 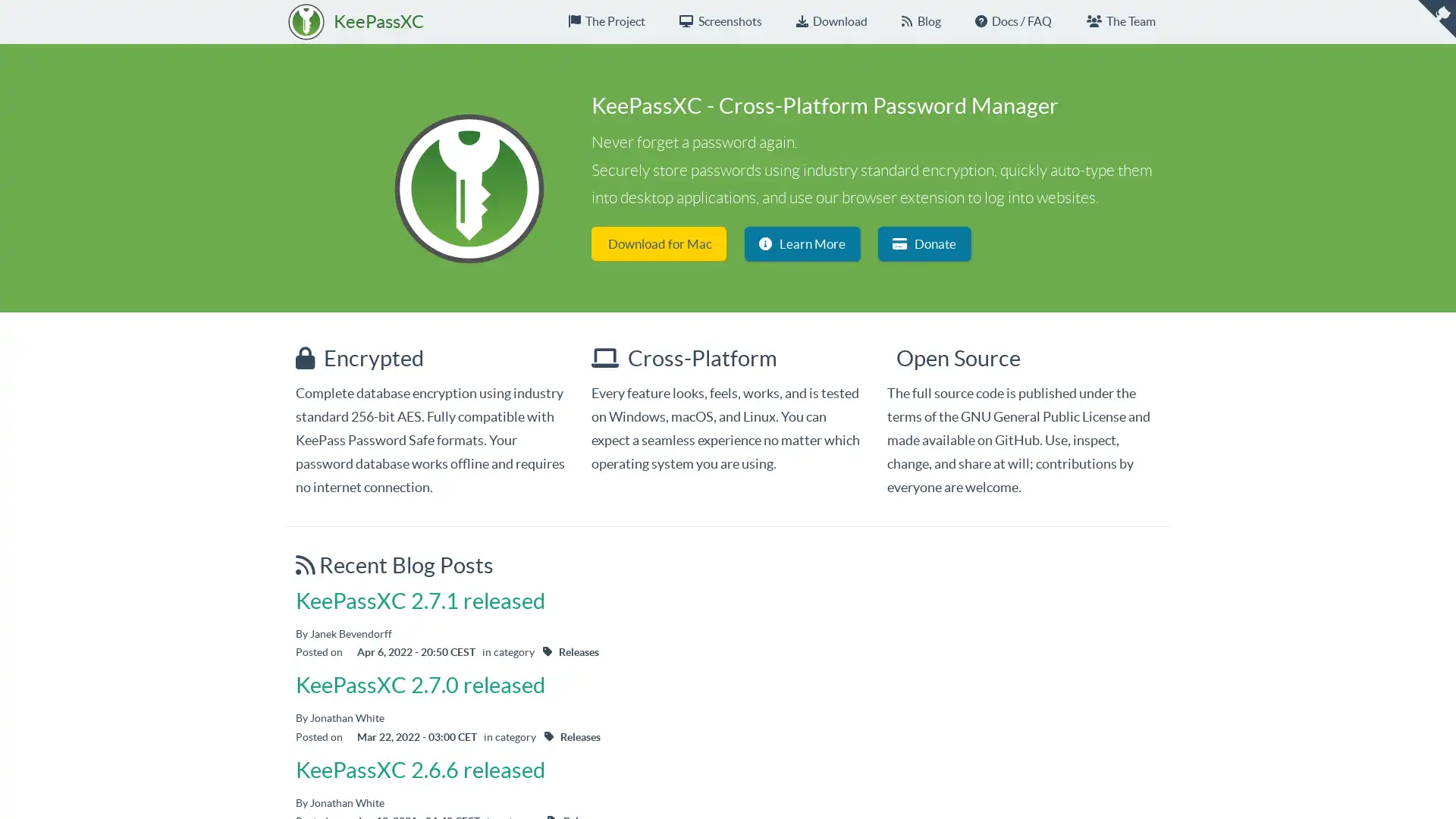 I want to click on Donate, so click(x=923, y=242).